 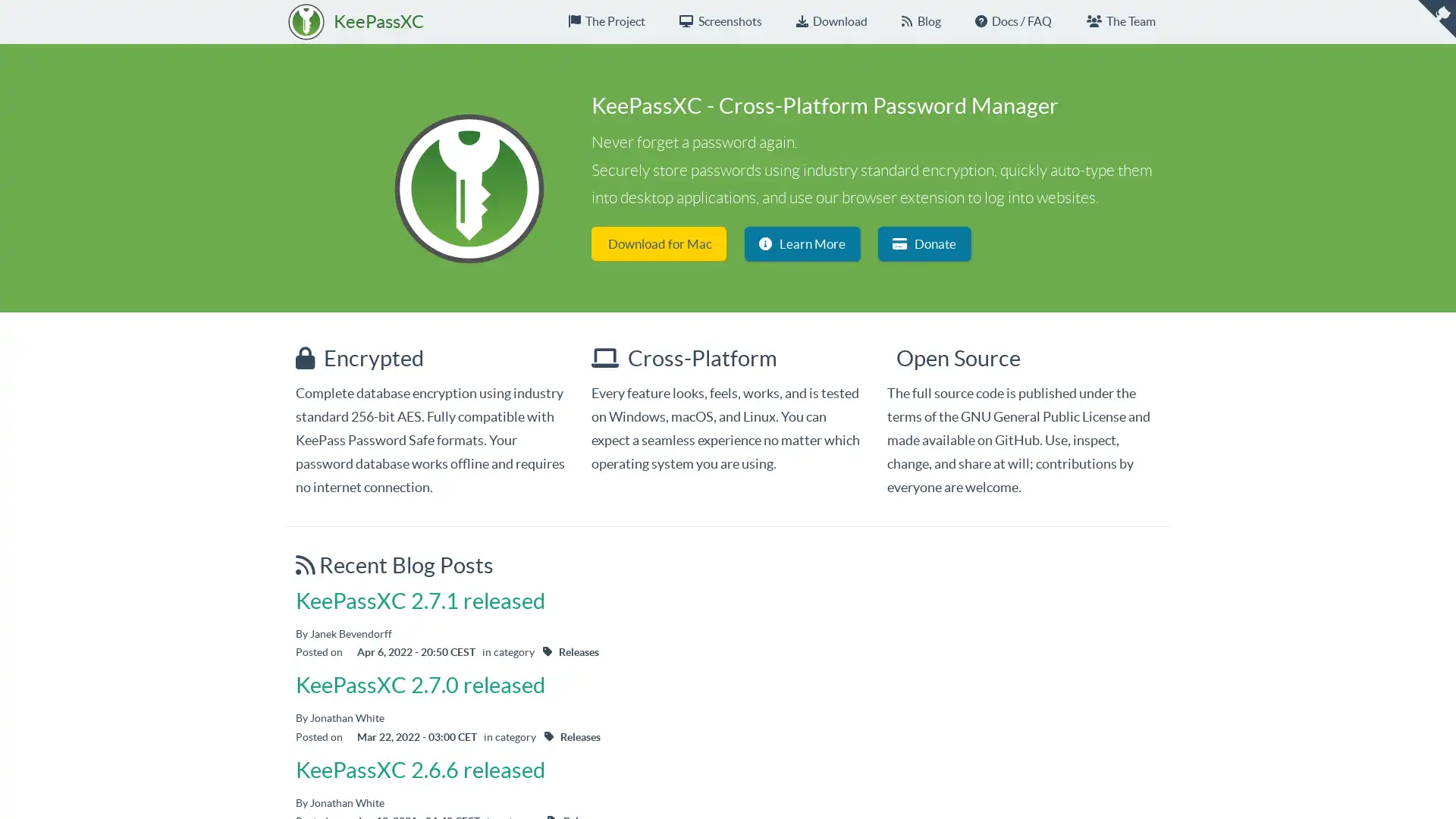 I want to click on Donate, so click(x=923, y=242).